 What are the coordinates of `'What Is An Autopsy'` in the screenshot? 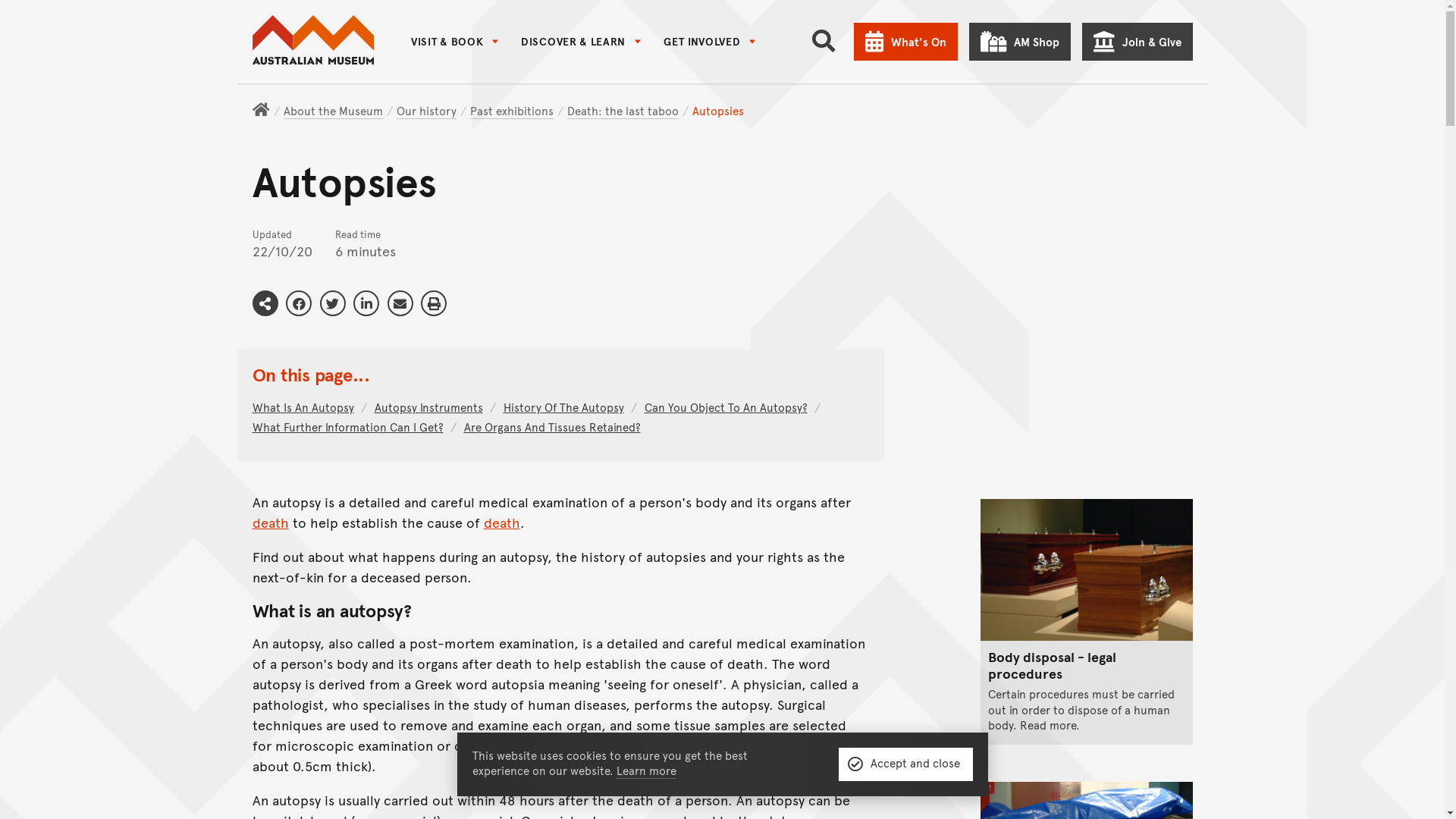 It's located at (308, 406).